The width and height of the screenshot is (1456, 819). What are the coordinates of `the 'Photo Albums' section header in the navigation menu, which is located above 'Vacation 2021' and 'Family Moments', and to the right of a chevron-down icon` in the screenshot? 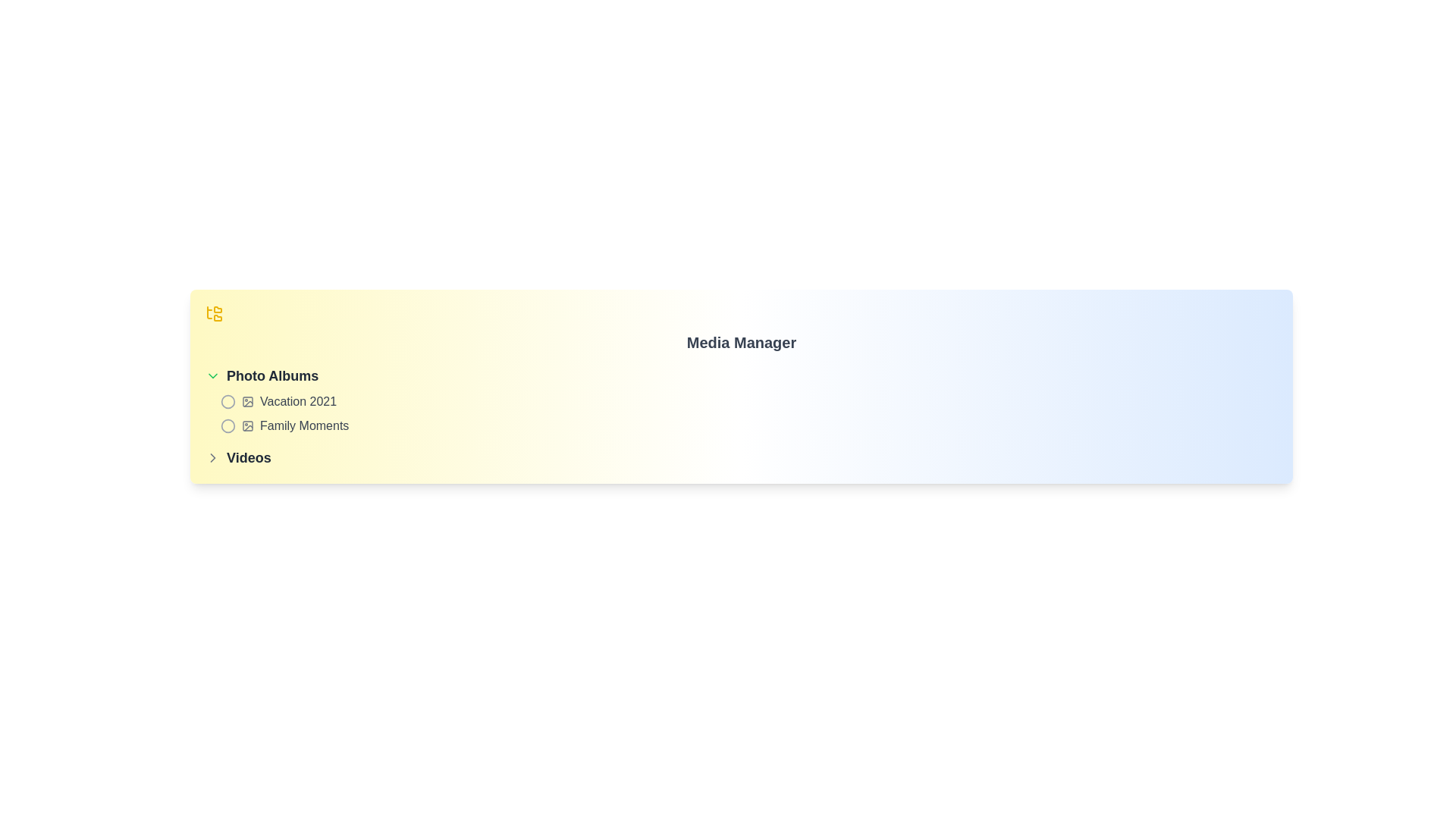 It's located at (272, 375).